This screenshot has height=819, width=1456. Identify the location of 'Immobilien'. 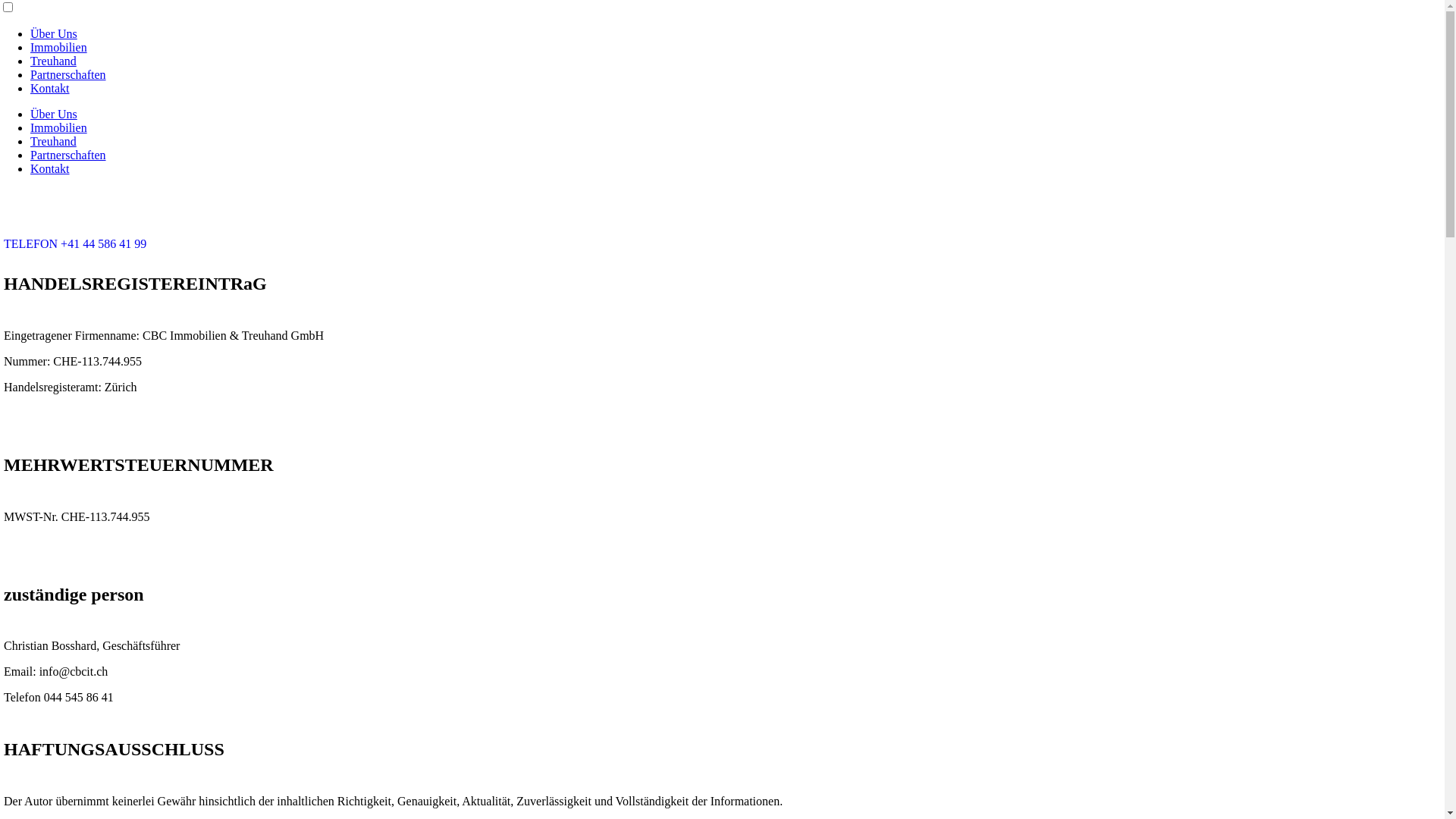
(58, 46).